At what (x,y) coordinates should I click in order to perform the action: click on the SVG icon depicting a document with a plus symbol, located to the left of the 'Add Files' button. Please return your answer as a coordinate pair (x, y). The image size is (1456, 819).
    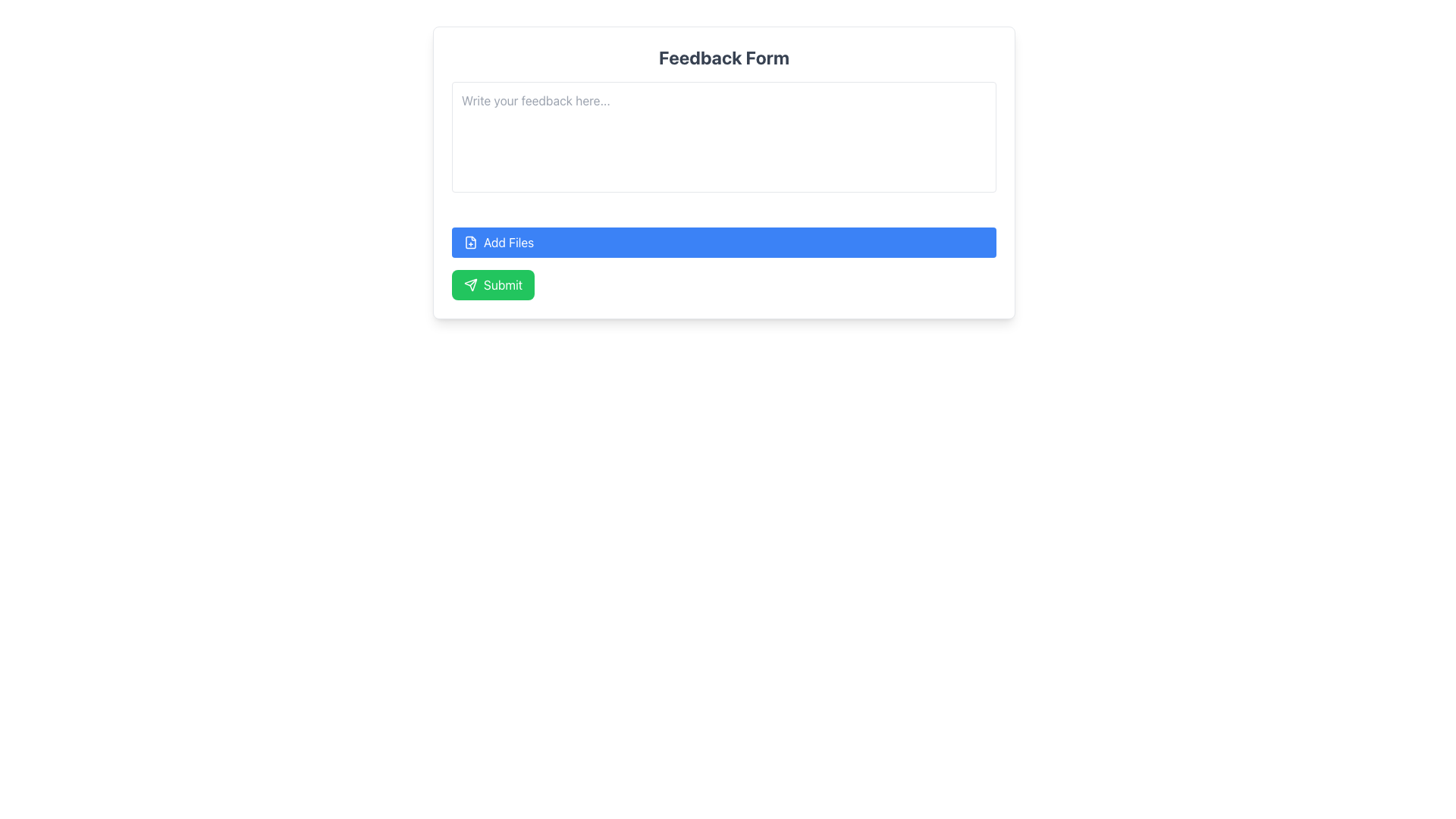
    Looking at the image, I should click on (469, 242).